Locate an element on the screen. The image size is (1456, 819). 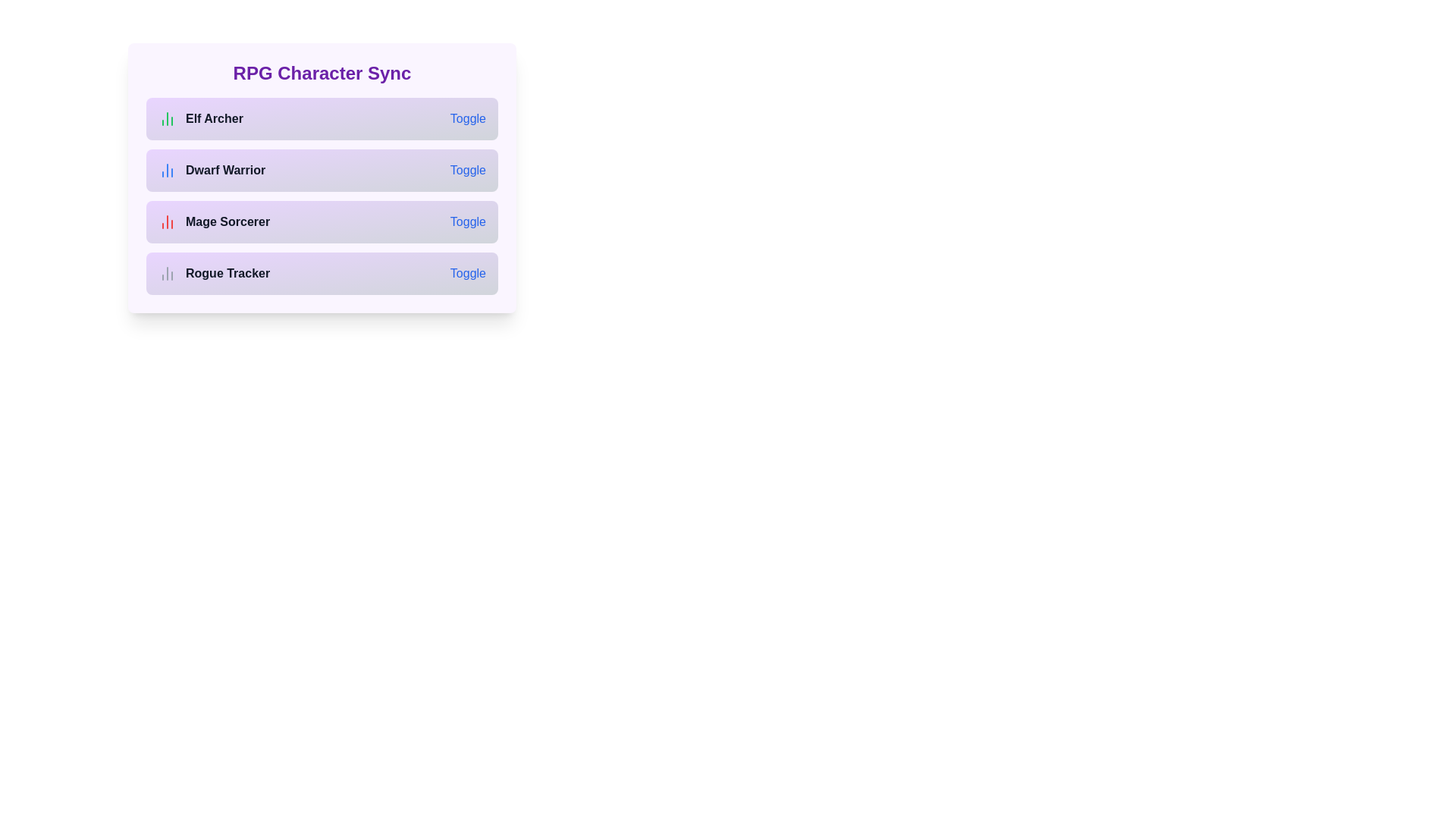
the toggle button or label for the 'Dwarf Warrior' entry is located at coordinates (467, 170).